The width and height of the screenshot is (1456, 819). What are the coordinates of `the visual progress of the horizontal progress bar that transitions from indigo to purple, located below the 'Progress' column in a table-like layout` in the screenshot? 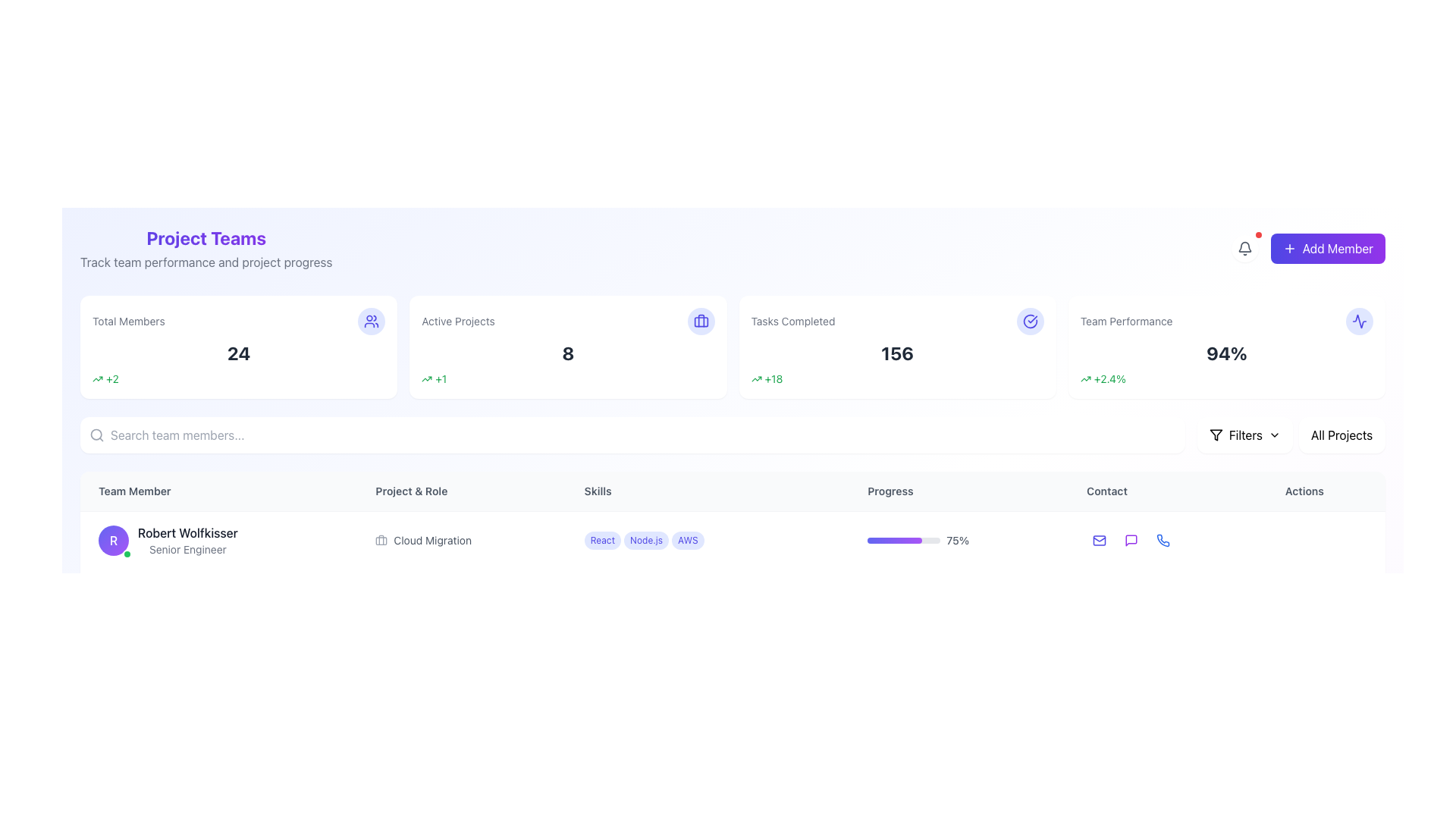 It's located at (900, 654).